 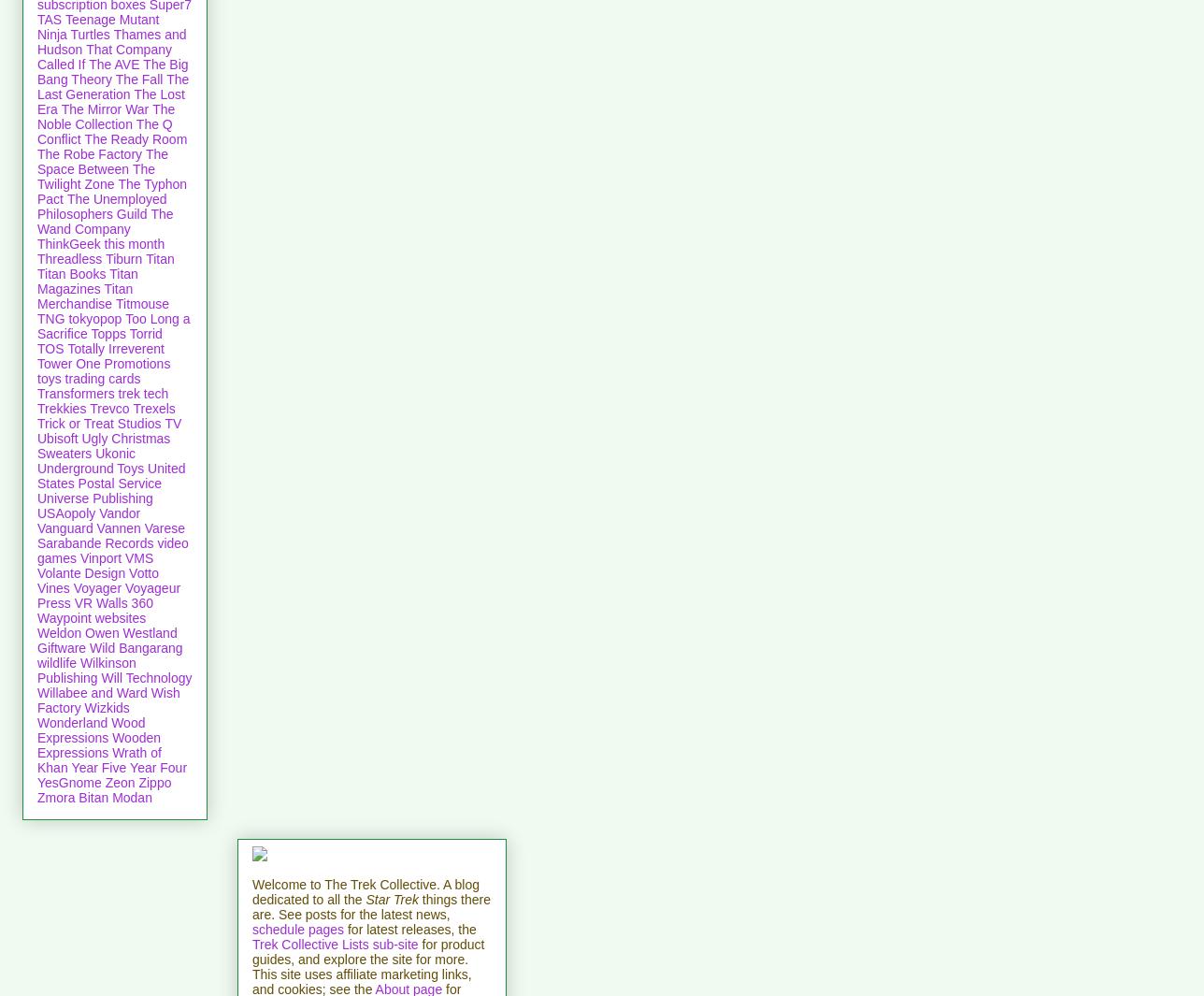 What do you see at coordinates (37, 316) in the screenshot?
I see `'TNG'` at bounding box center [37, 316].